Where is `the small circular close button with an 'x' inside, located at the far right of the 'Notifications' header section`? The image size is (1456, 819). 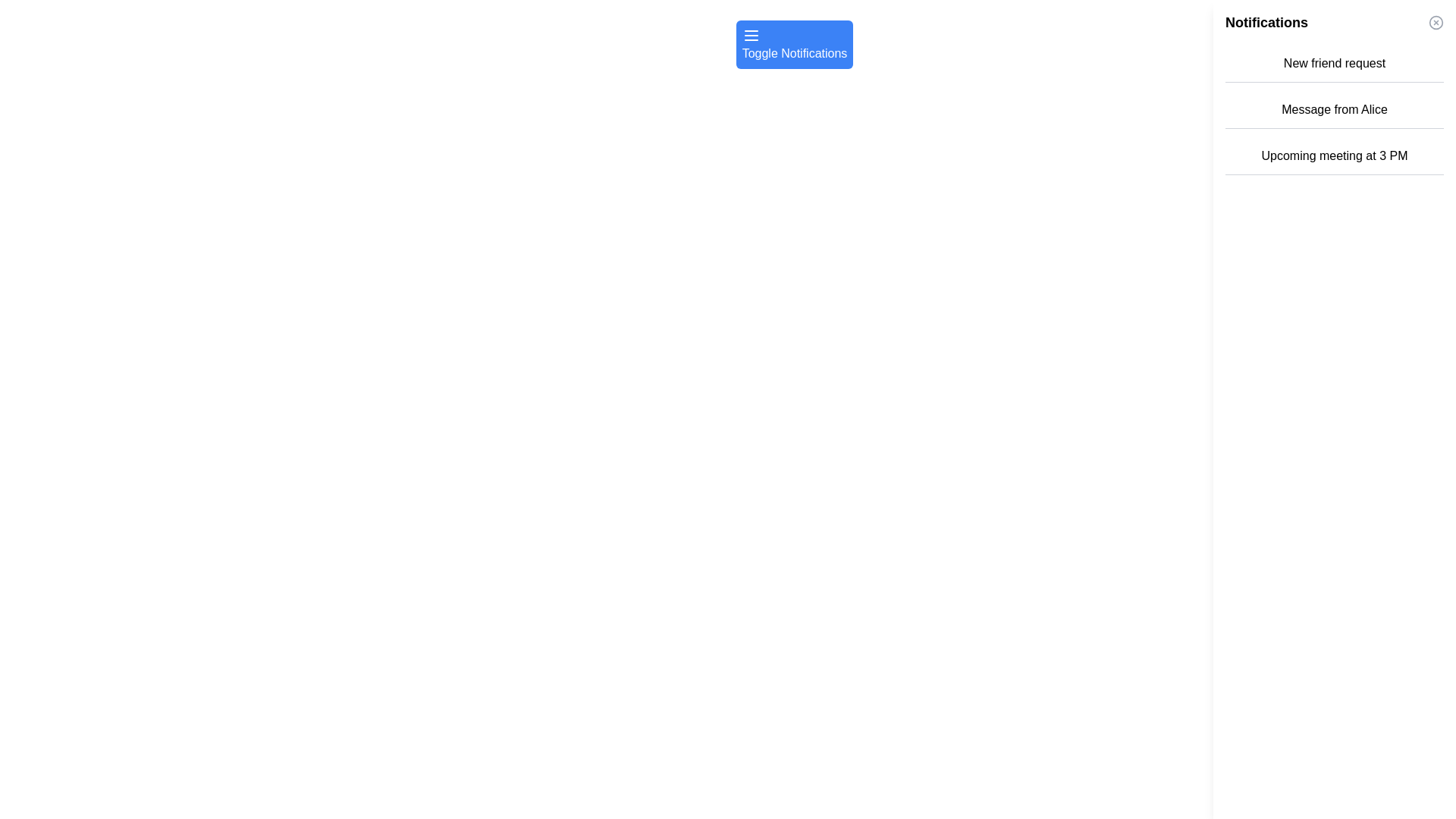
the small circular close button with an 'x' inside, located at the far right of the 'Notifications' header section is located at coordinates (1436, 23).